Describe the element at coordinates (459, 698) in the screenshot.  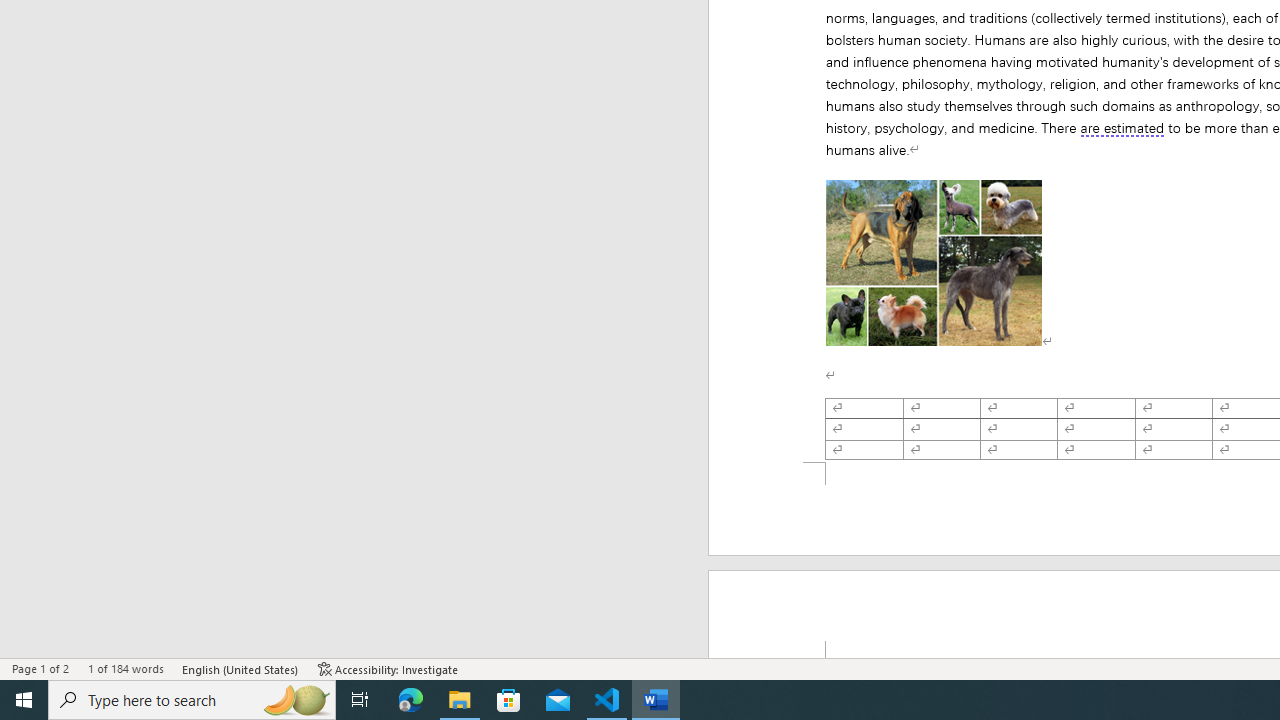
I see `'File Explorer - 1 running window'` at that location.